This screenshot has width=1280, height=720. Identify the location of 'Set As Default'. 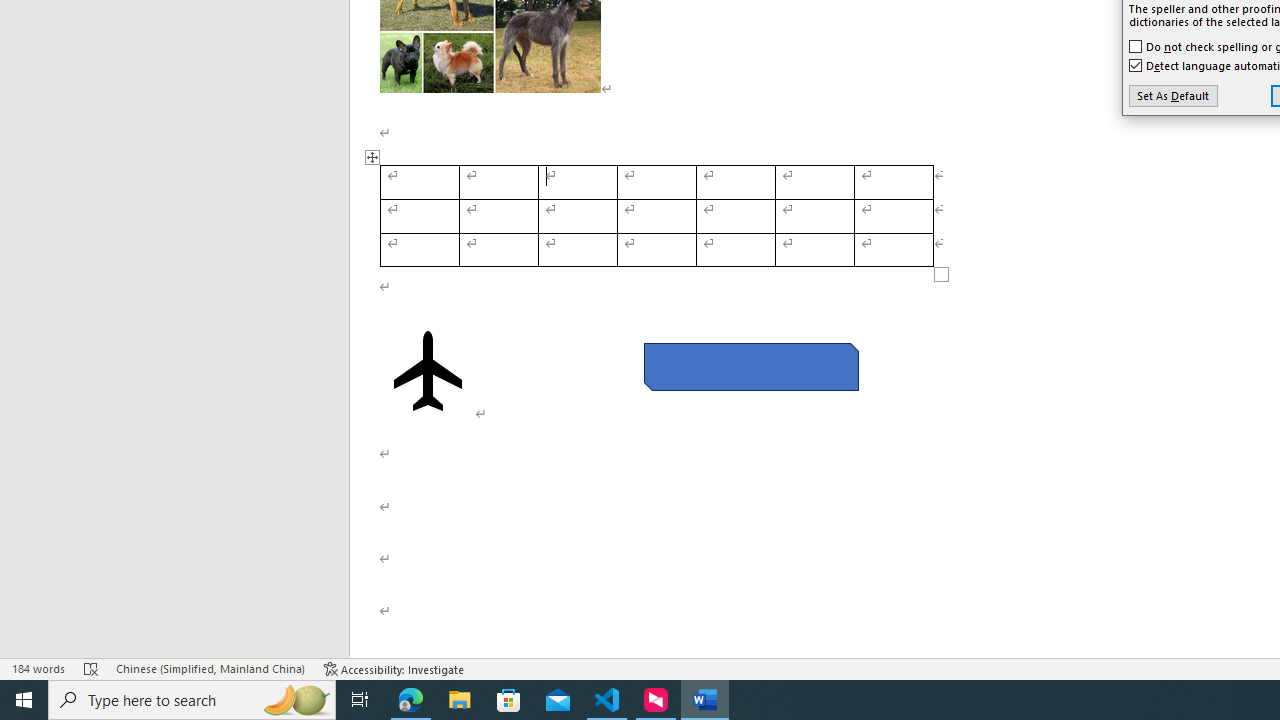
(1173, 96).